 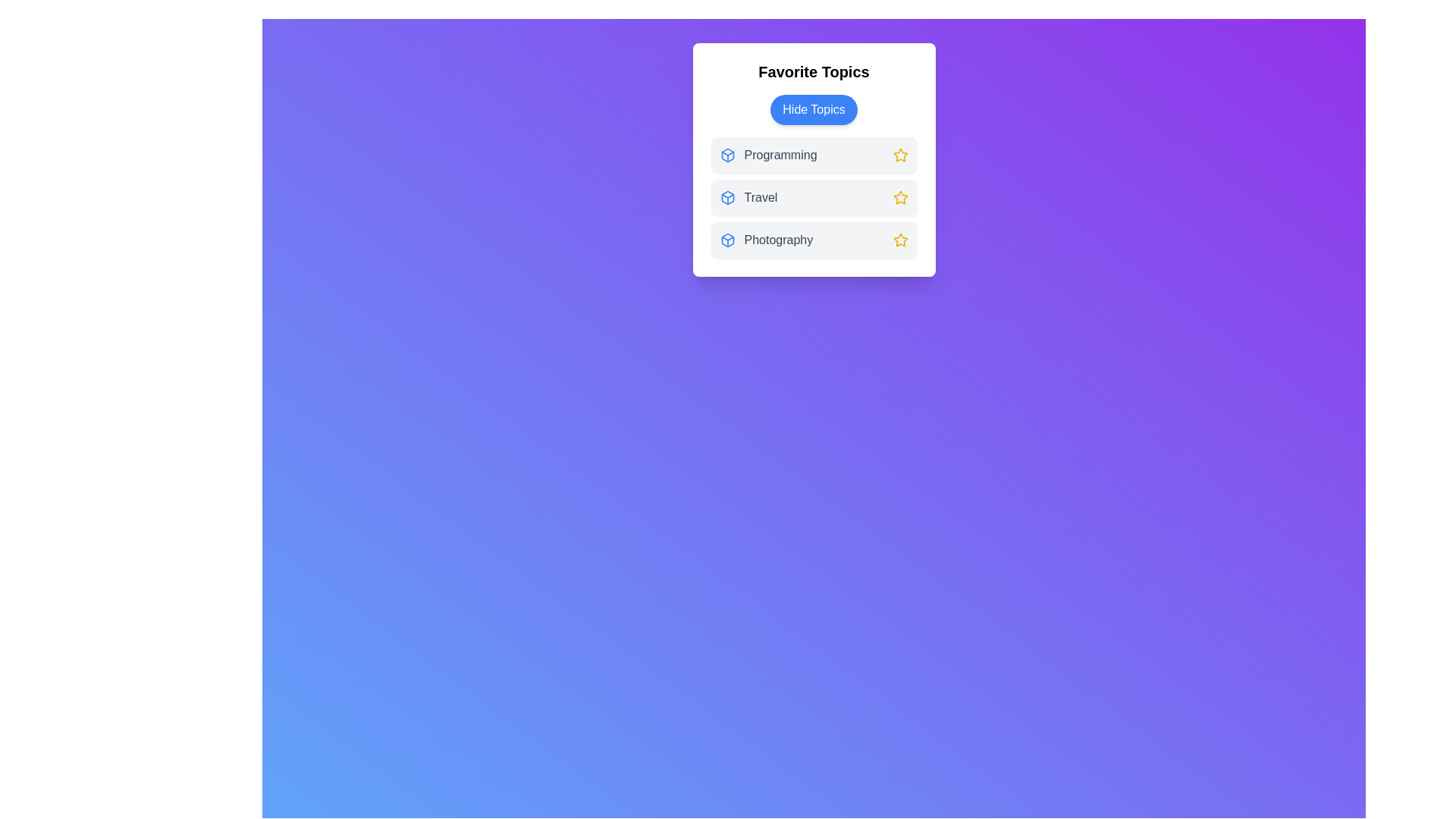 I want to click on the yellow star icon at the end of the 'Travel' section, so click(x=900, y=197).